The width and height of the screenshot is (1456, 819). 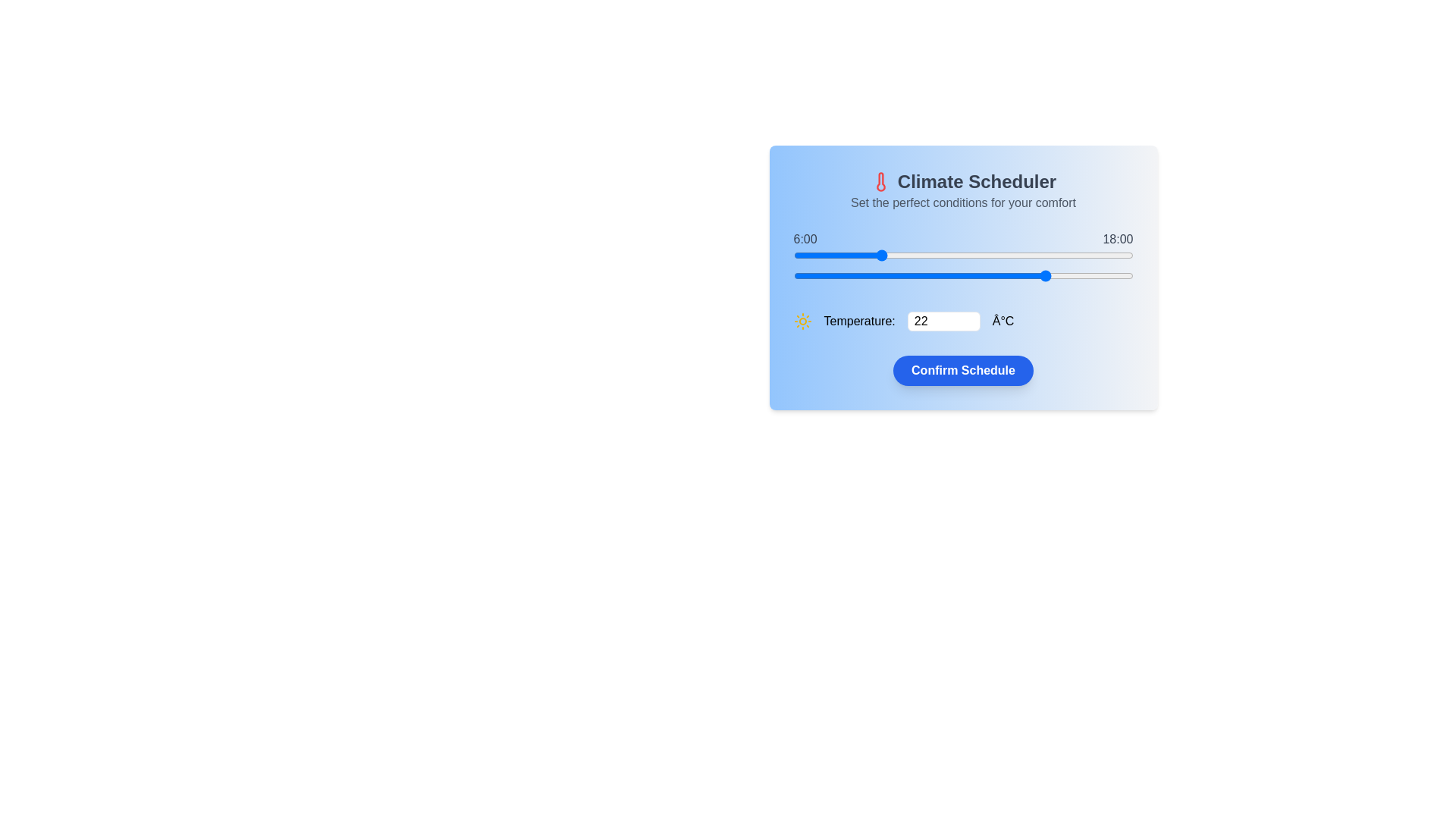 What do you see at coordinates (962, 371) in the screenshot?
I see `the 'Confirm Schedule' button, which has rounded corners, a vibrant blue color, and white text, to observe its hover effect` at bounding box center [962, 371].